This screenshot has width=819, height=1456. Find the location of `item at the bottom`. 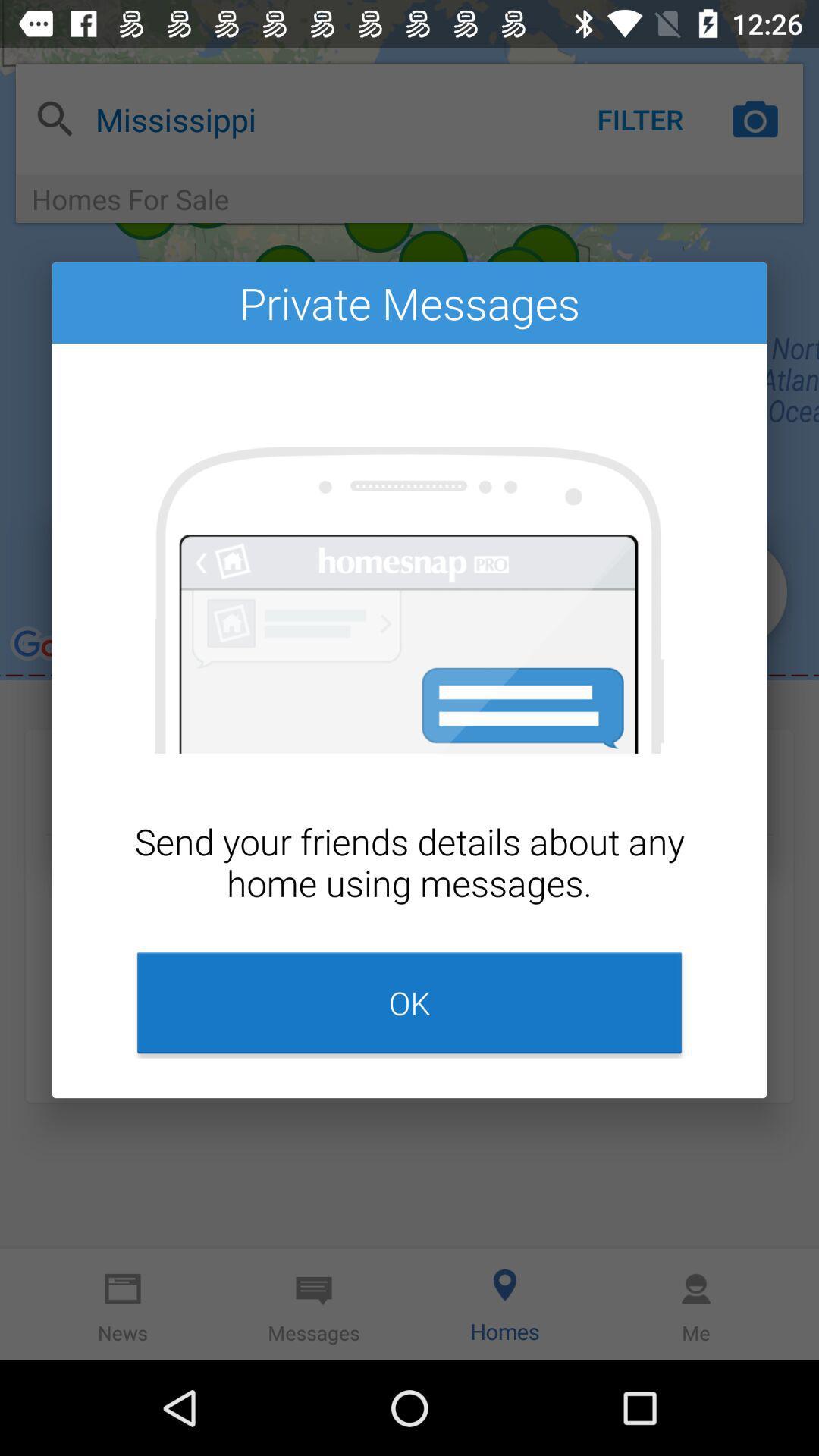

item at the bottom is located at coordinates (409, 1003).